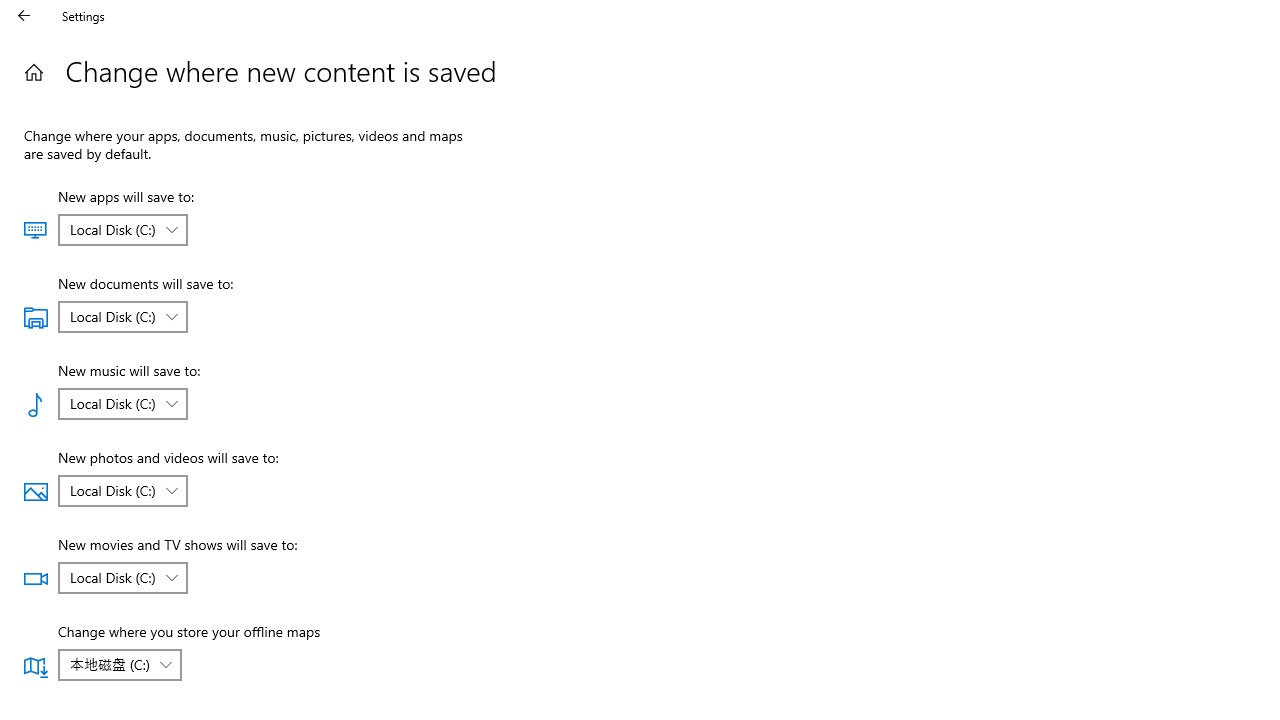  Describe the element at coordinates (121, 229) in the screenshot. I see `'New apps will save to:'` at that location.